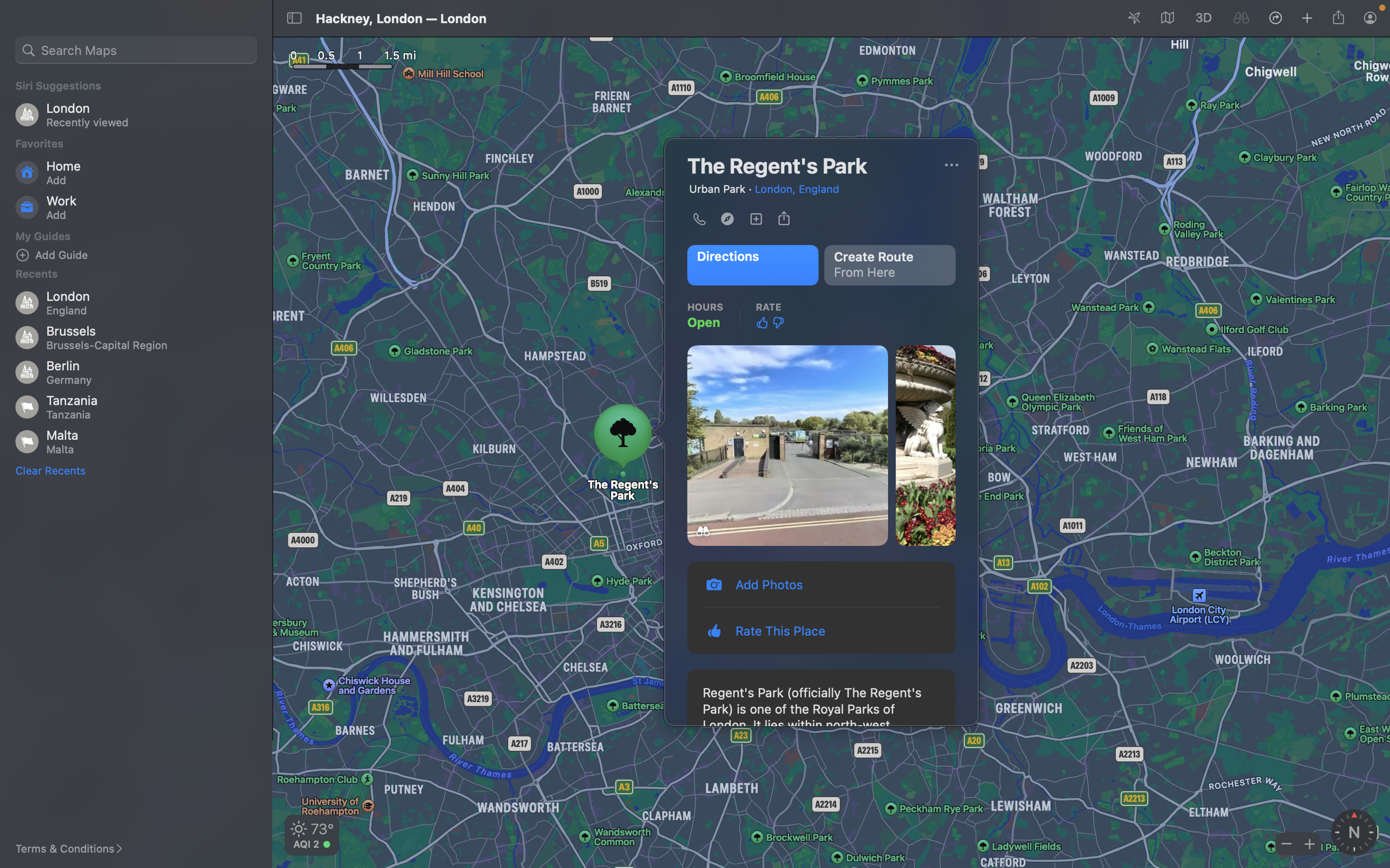  I want to click on restaurants in your vicinity by entering "restaurants" in the search box, so click(134, 48).